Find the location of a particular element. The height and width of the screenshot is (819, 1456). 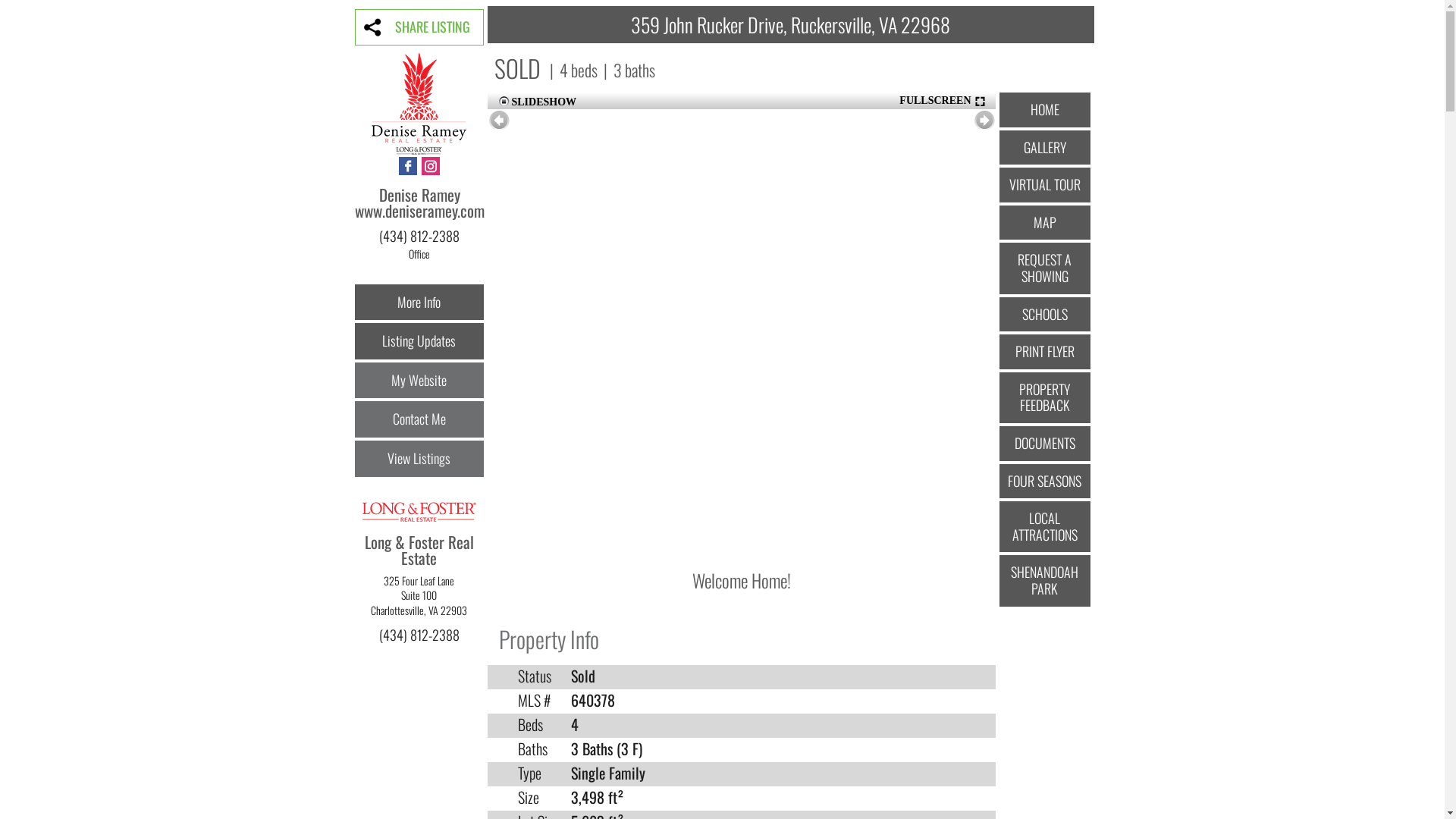

'FOUR SEASONS' is located at coordinates (999, 482).